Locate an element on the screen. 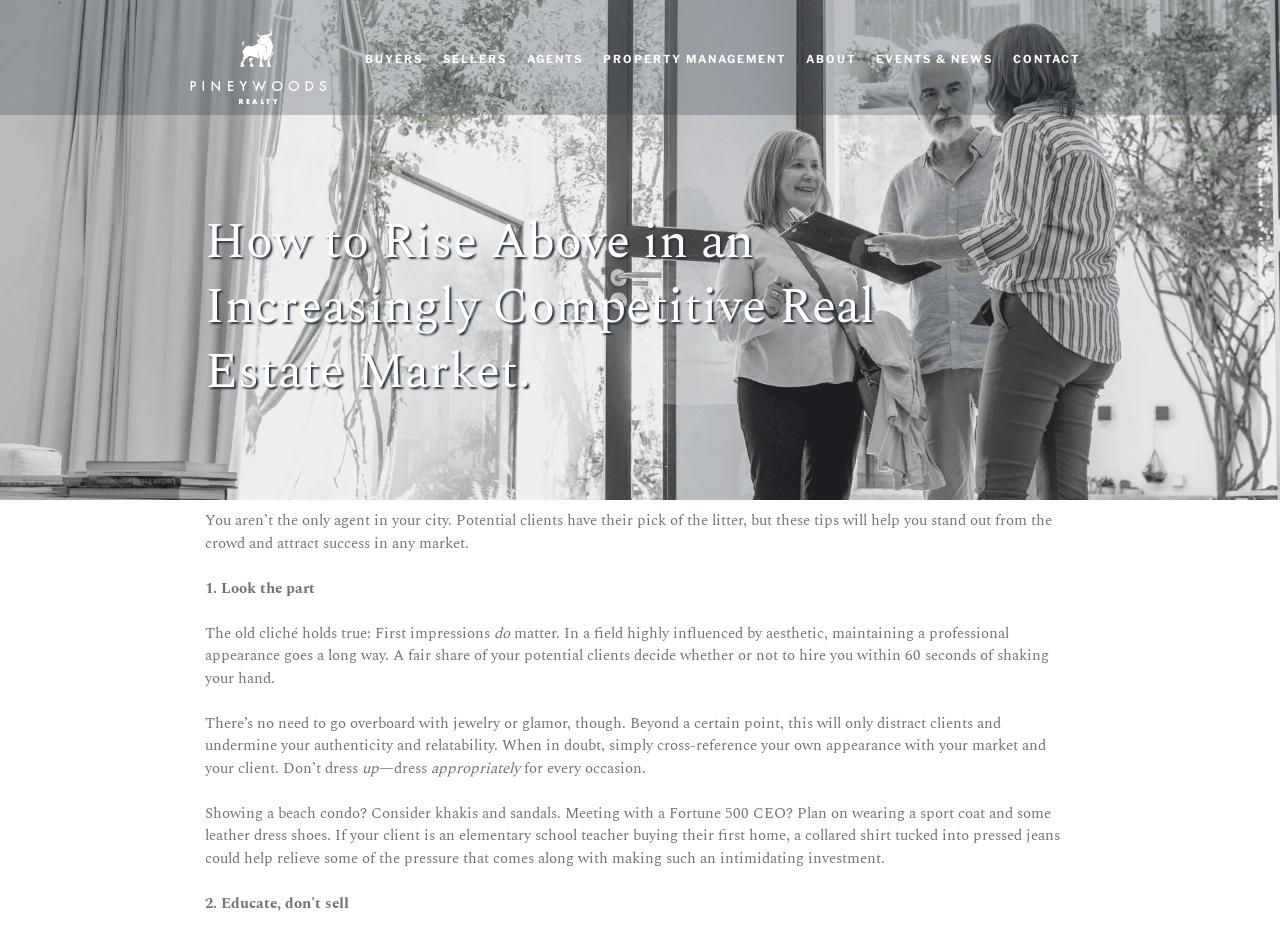 This screenshot has height=940, width=1280. '2. Educate, don’t sell' is located at coordinates (205, 901).